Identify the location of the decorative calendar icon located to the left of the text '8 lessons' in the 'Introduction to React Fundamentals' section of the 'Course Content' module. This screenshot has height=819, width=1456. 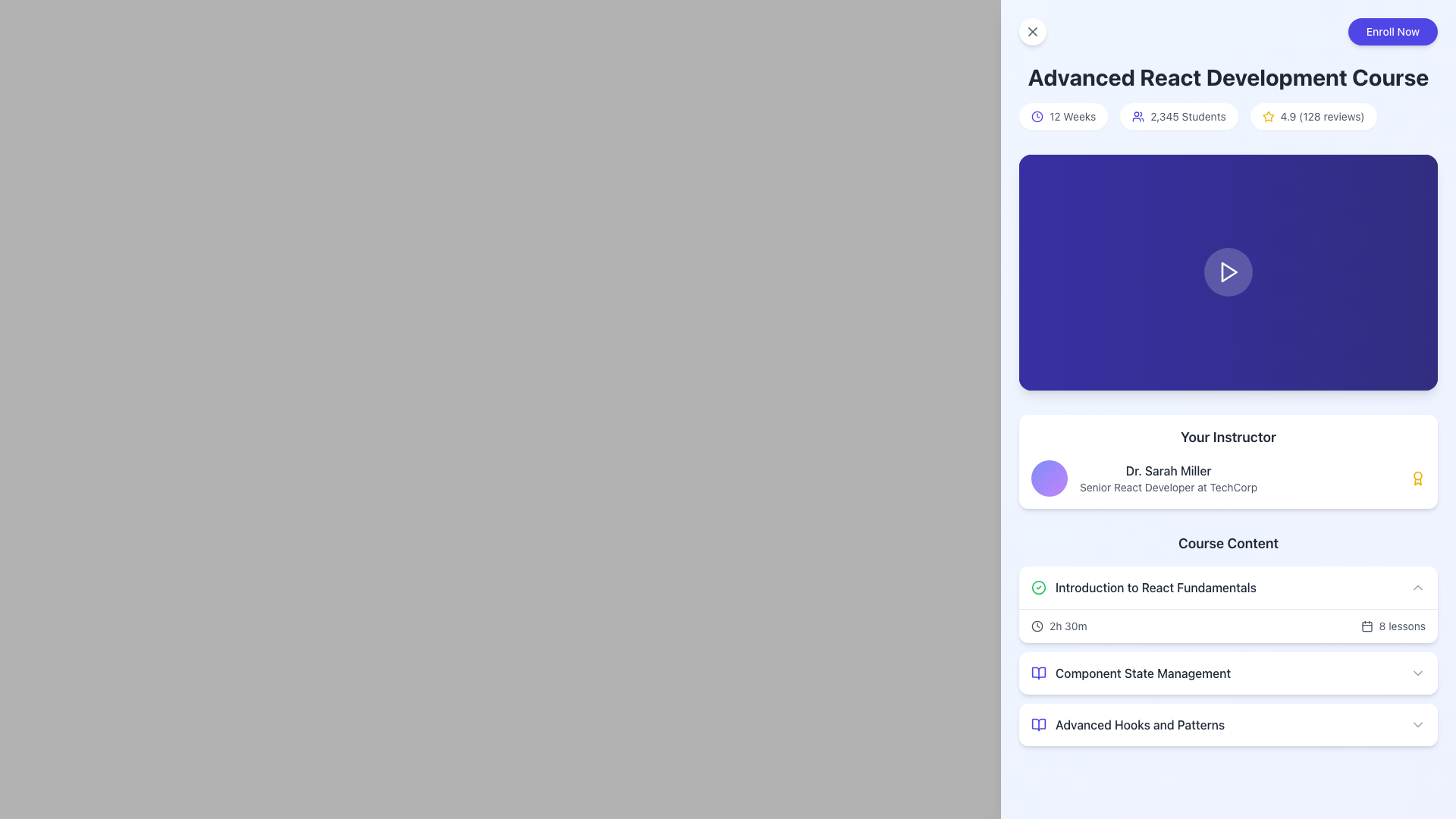
(1367, 626).